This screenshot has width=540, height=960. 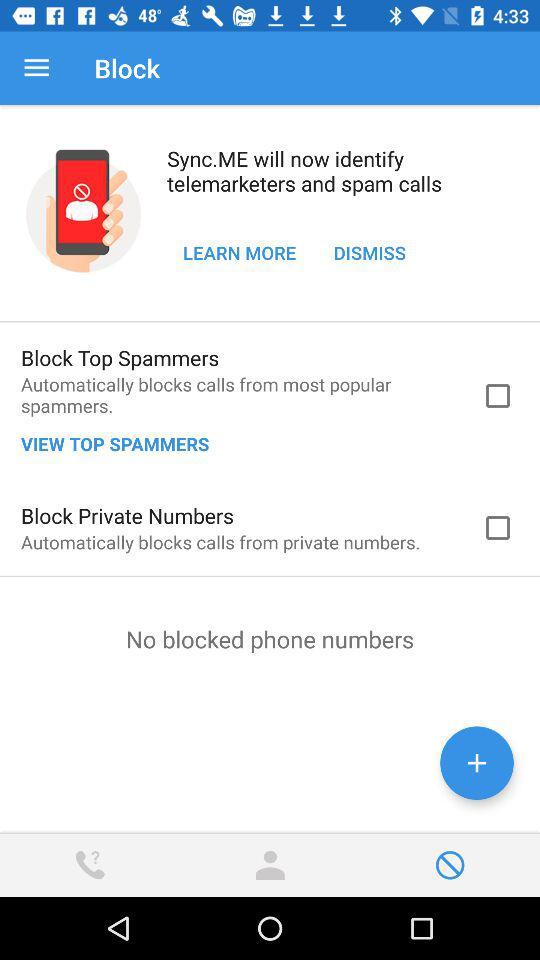 I want to click on learn more icon, so click(x=239, y=251).